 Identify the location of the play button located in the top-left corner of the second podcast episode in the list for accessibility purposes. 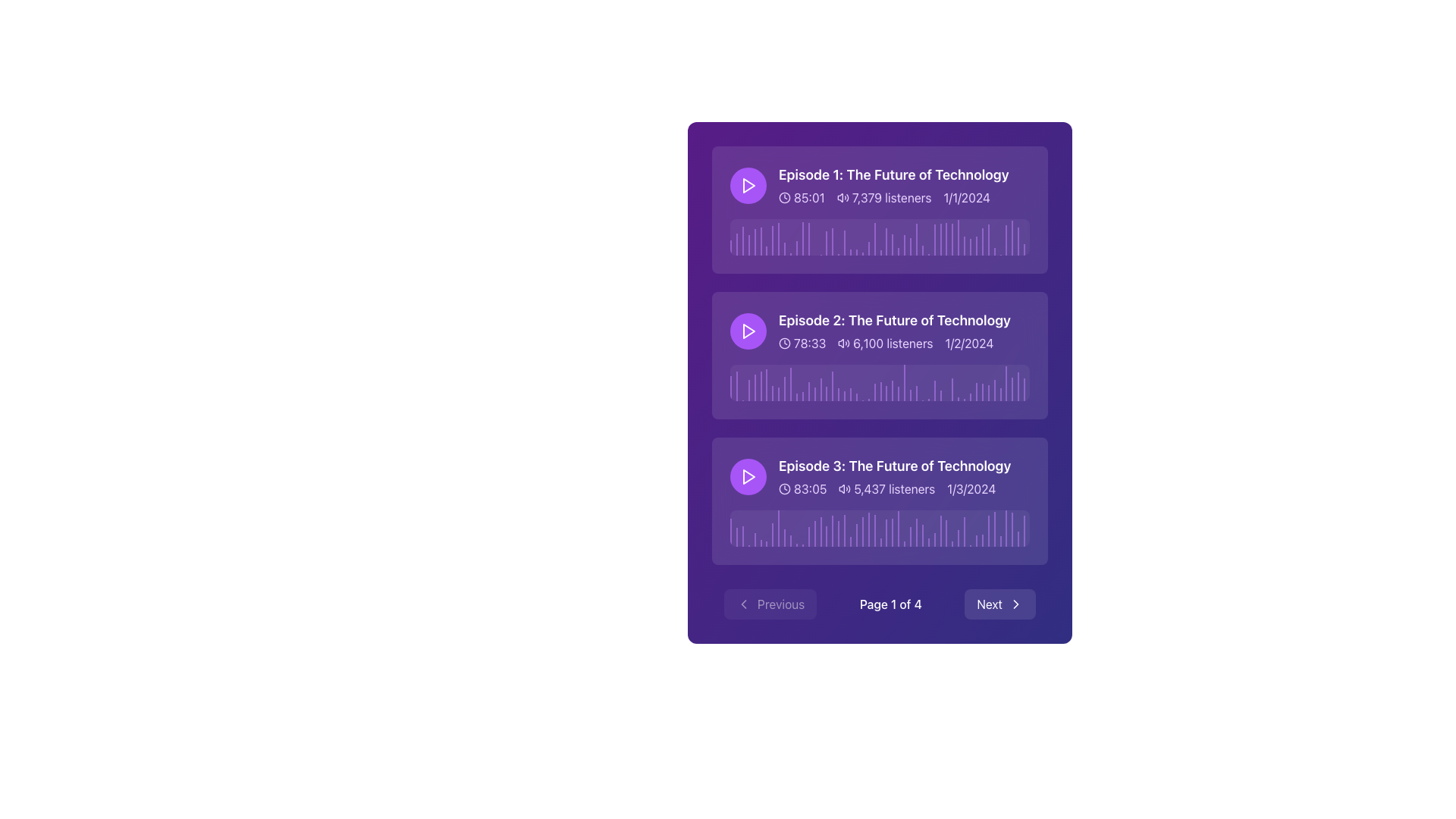
(748, 330).